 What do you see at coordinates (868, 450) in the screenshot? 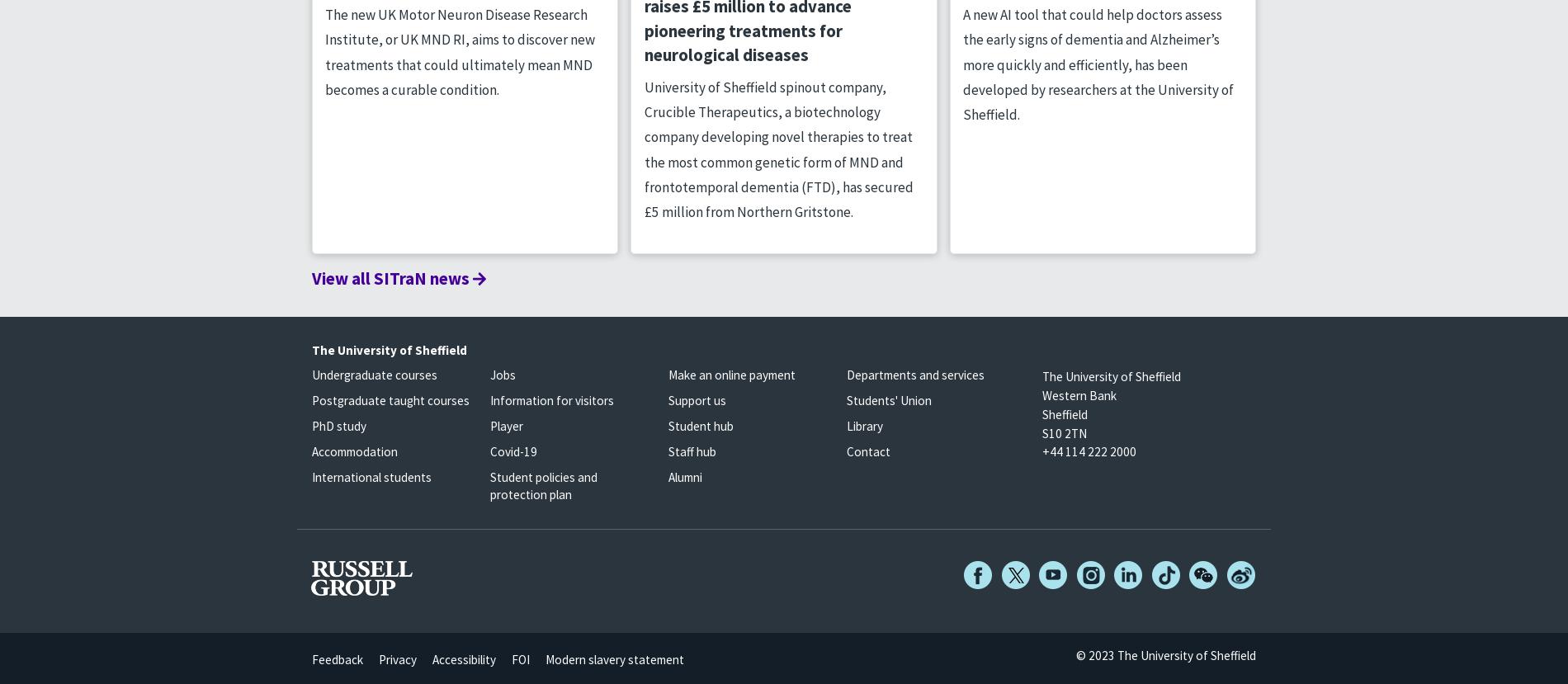
I see `'Contact'` at bounding box center [868, 450].